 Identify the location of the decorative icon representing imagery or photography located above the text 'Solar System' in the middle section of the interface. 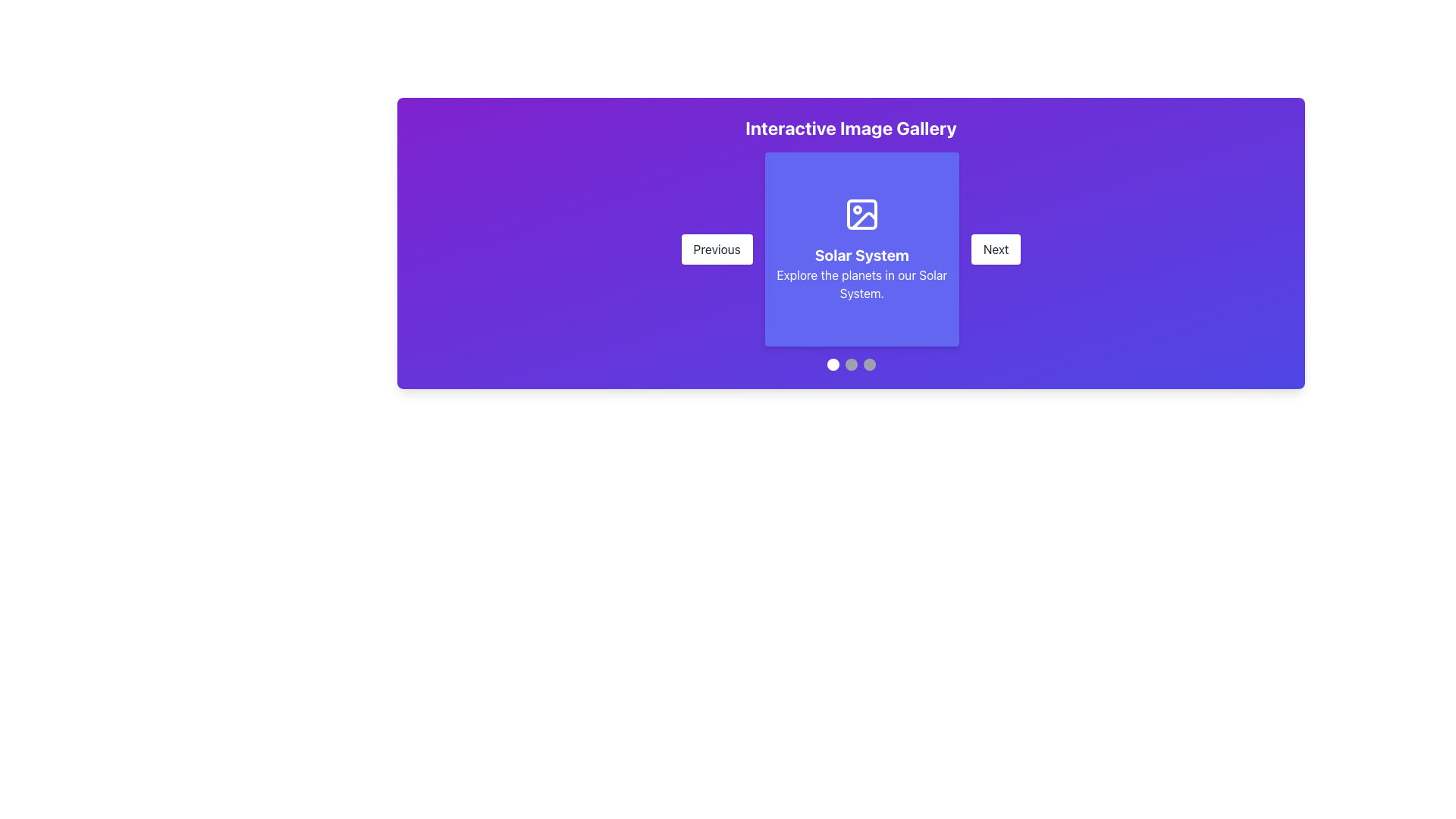
(861, 214).